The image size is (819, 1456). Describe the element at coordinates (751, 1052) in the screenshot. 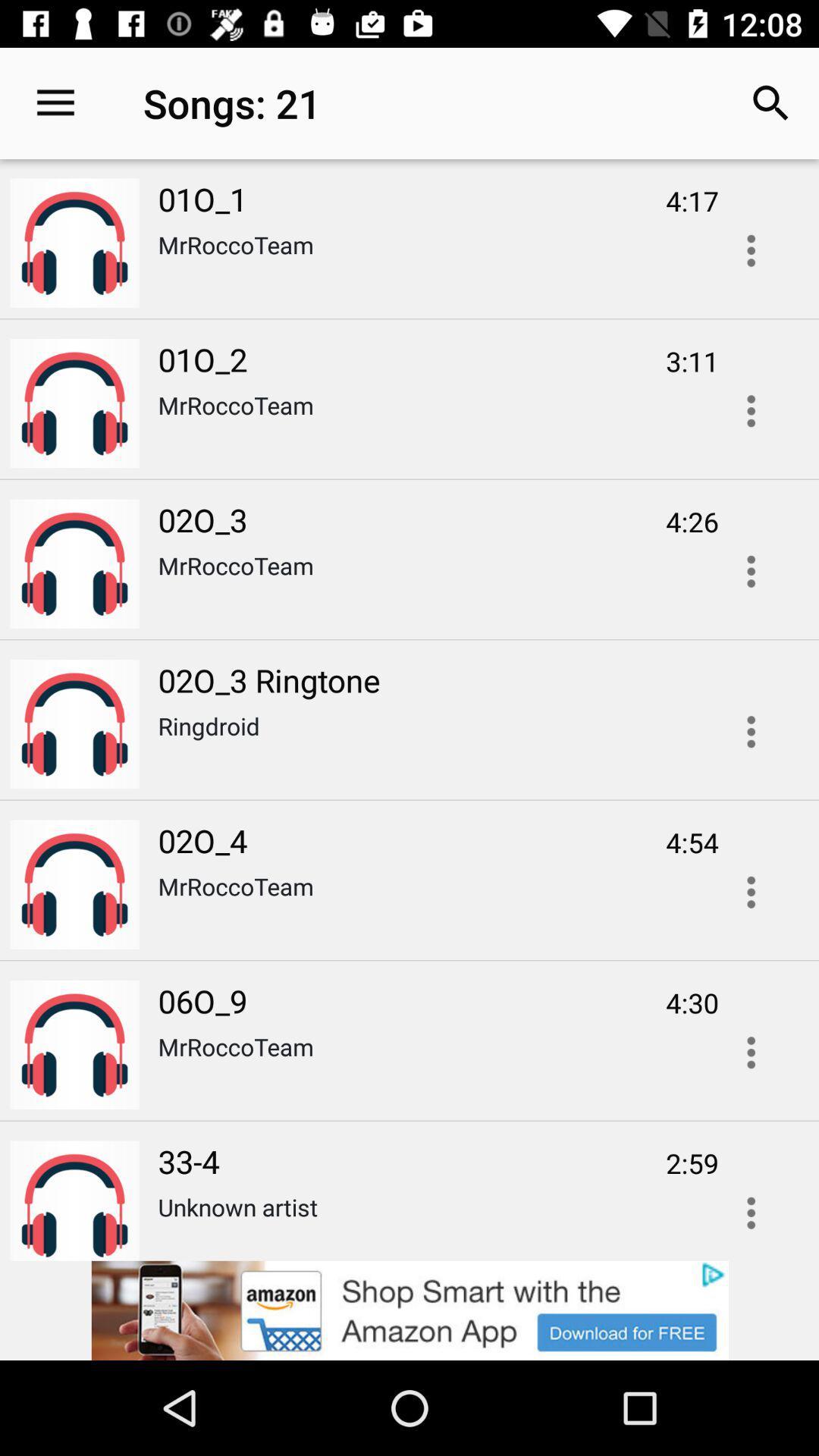

I see `bring up more options` at that location.